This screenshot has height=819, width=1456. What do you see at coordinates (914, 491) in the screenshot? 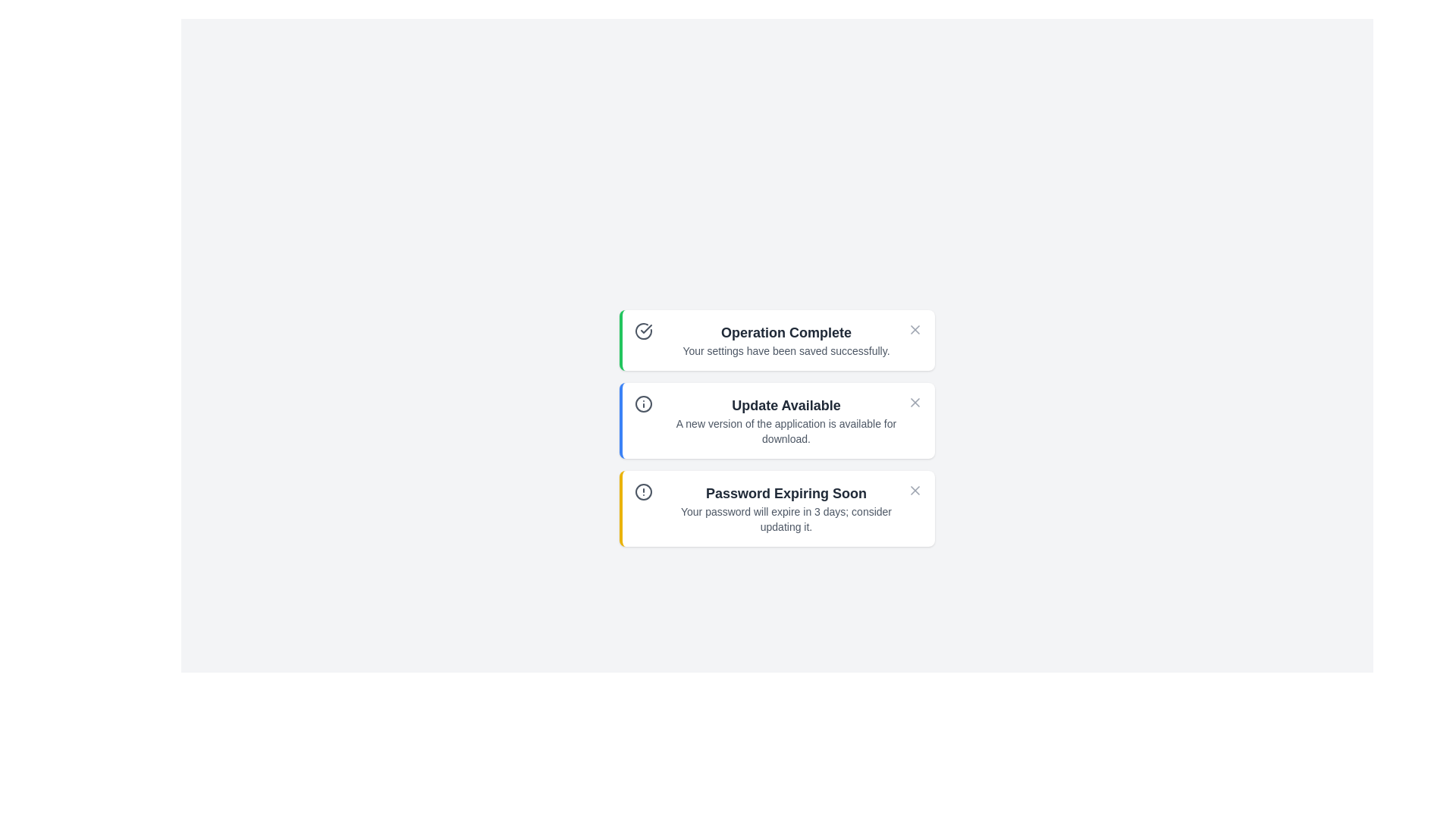
I see `the close button icon located in the bottom-right corner of the third notification panel that displays the message 'Password Expiring Soon.'` at bounding box center [914, 491].